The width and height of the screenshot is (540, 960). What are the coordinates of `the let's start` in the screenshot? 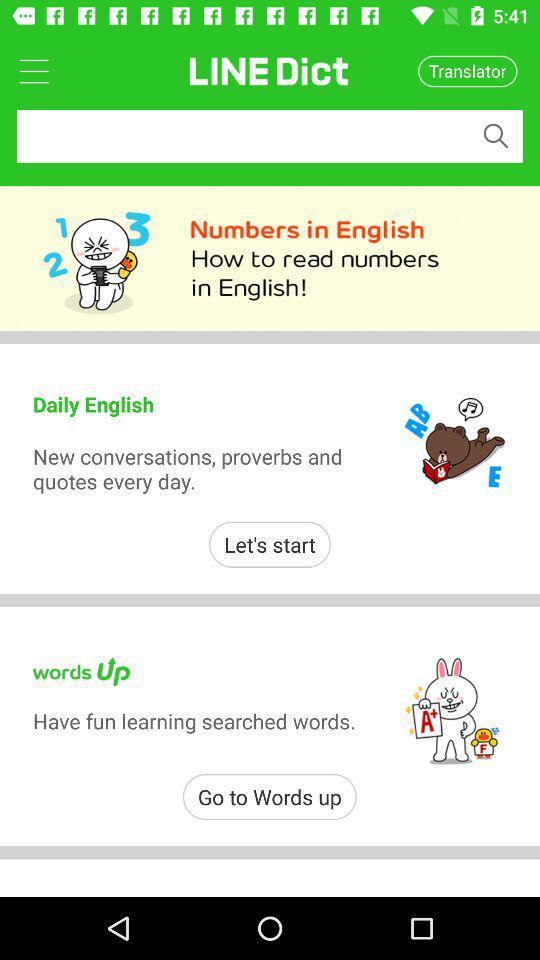 It's located at (270, 544).